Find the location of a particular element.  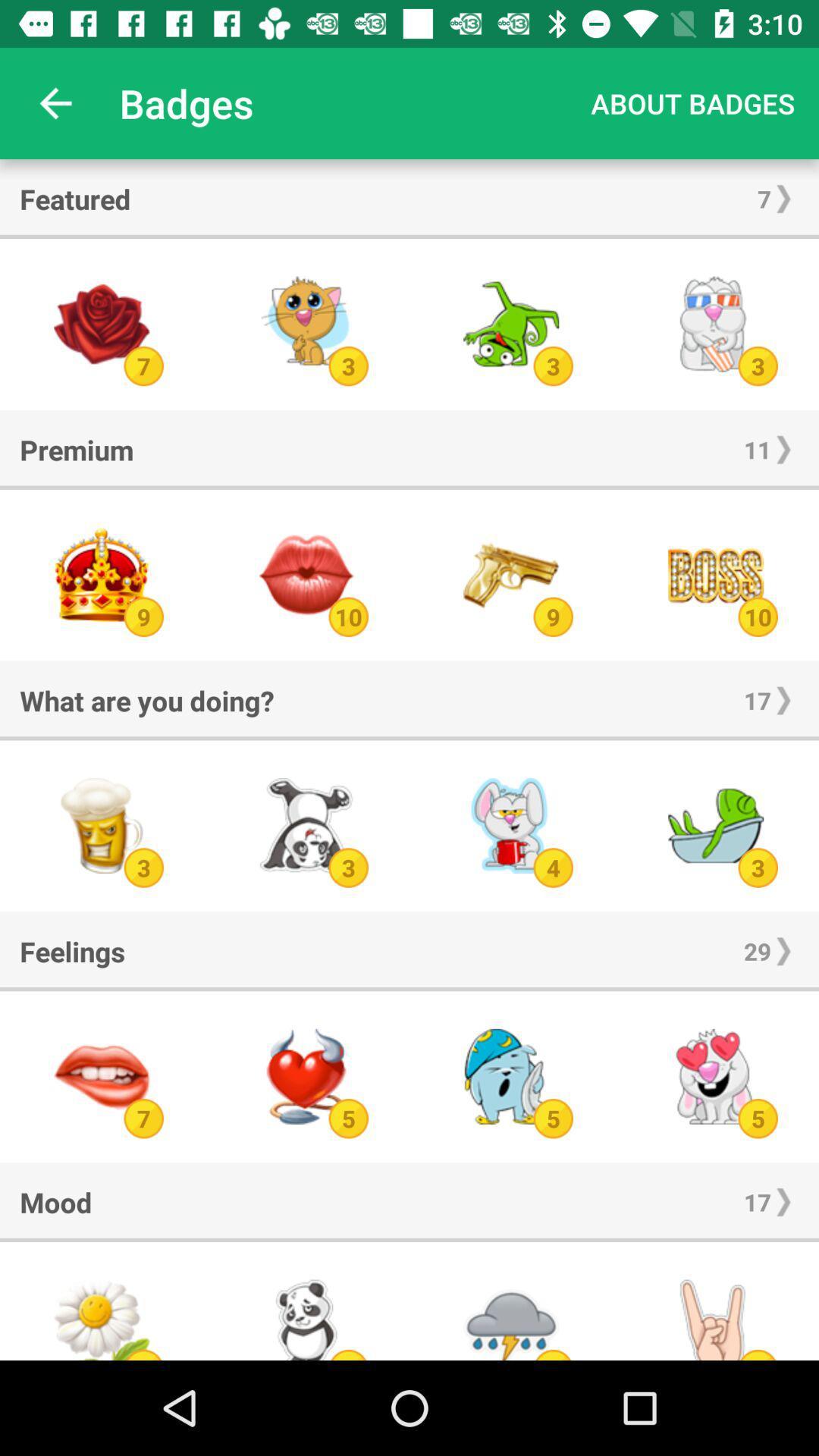

about badges is located at coordinates (692, 102).